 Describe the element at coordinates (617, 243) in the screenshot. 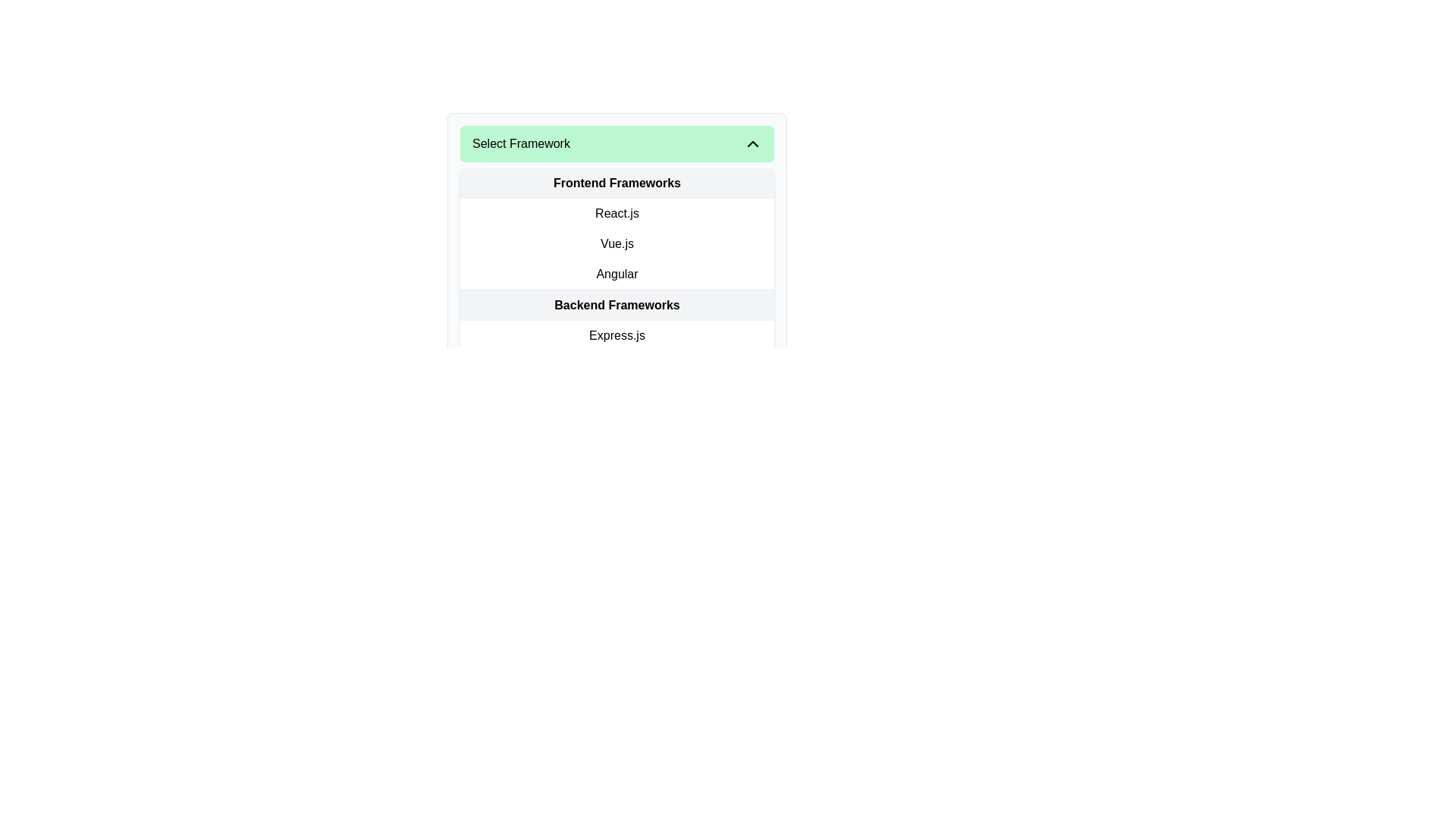

I see `the 'Vue.js' option in the 'Frontend Frameworks' menu, which is the second item in the list between 'React.js' and 'Angular'` at that location.